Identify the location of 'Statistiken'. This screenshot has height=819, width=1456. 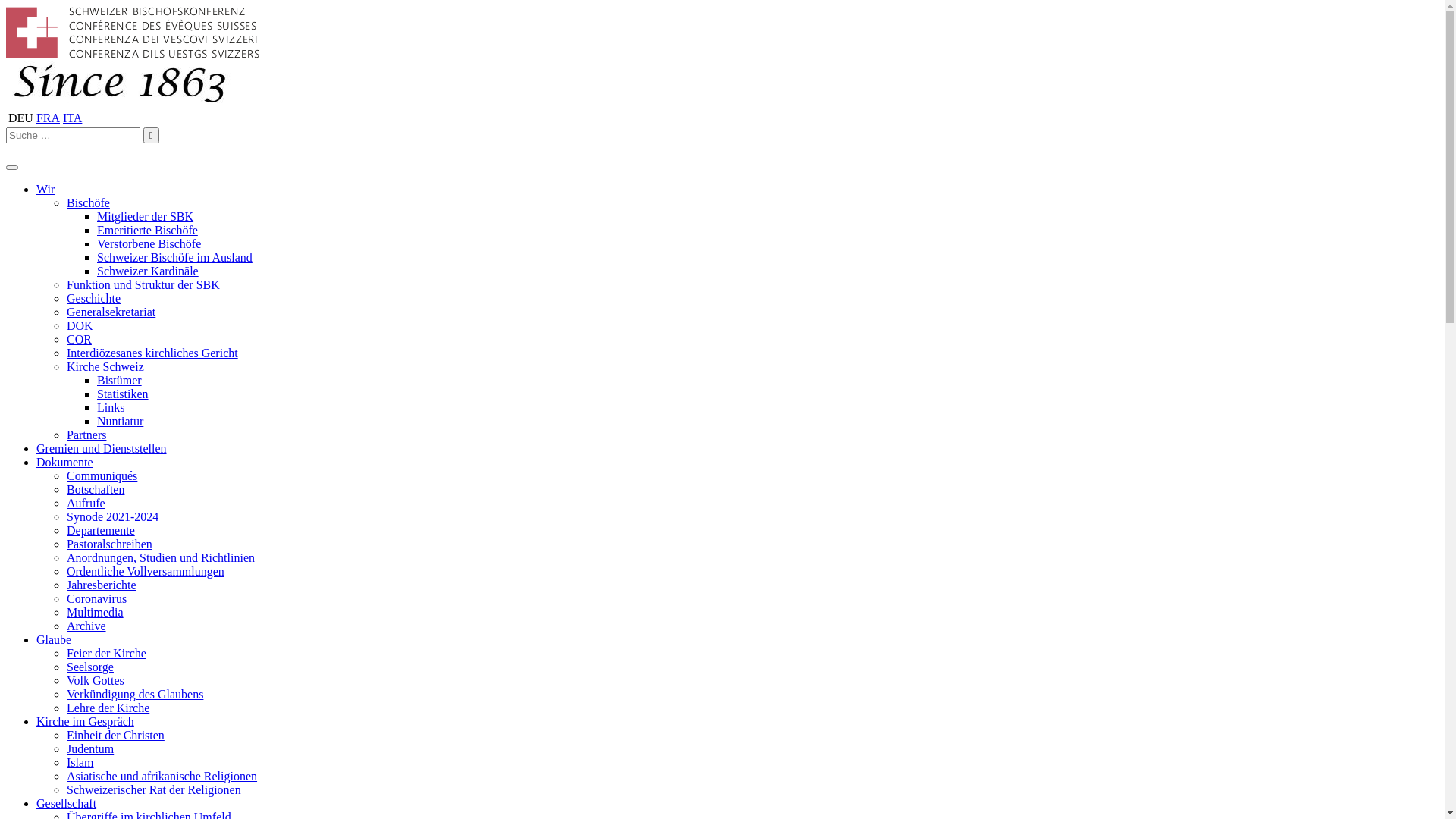
(123, 393).